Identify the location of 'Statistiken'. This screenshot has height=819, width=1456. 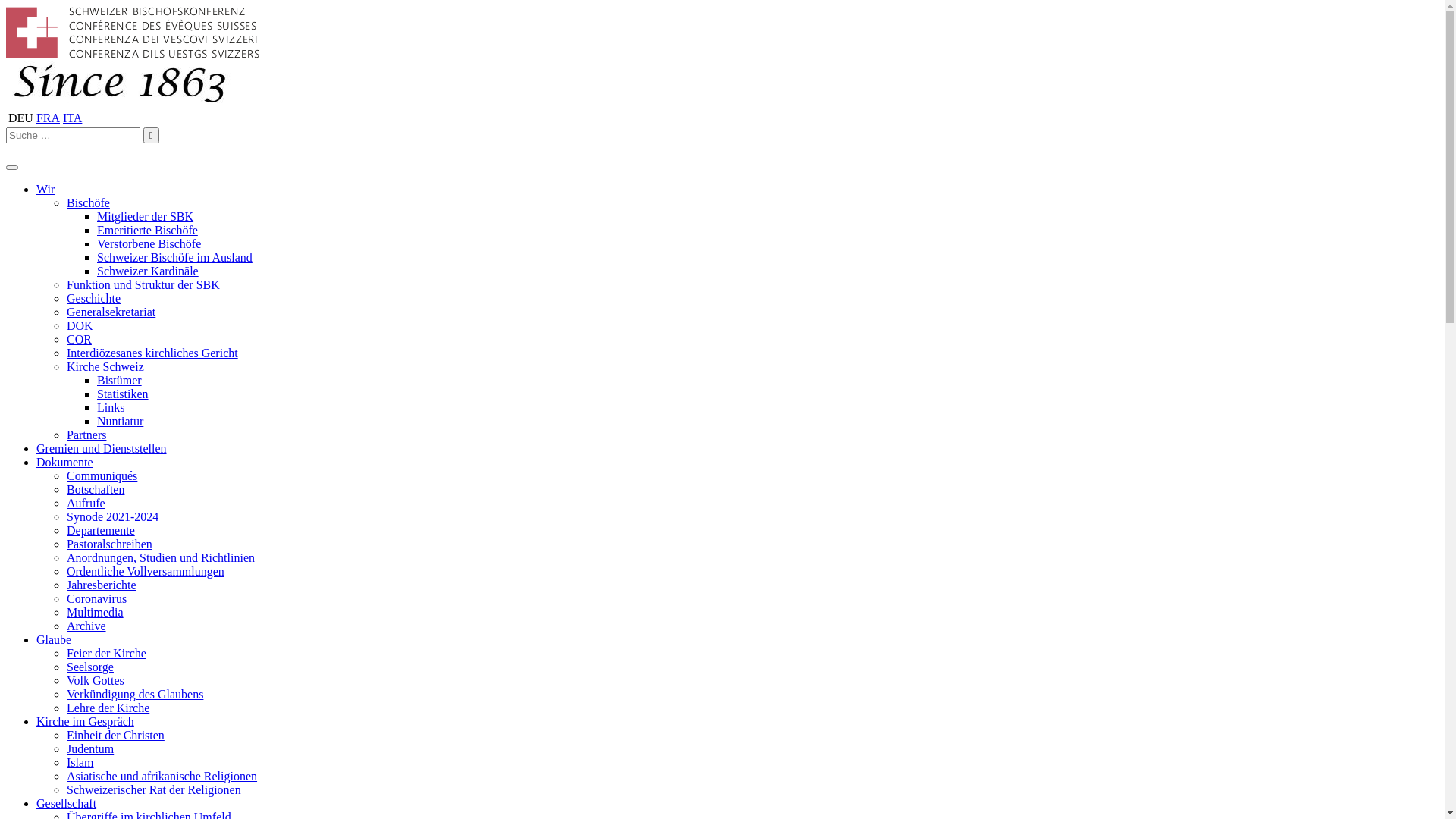
(123, 393).